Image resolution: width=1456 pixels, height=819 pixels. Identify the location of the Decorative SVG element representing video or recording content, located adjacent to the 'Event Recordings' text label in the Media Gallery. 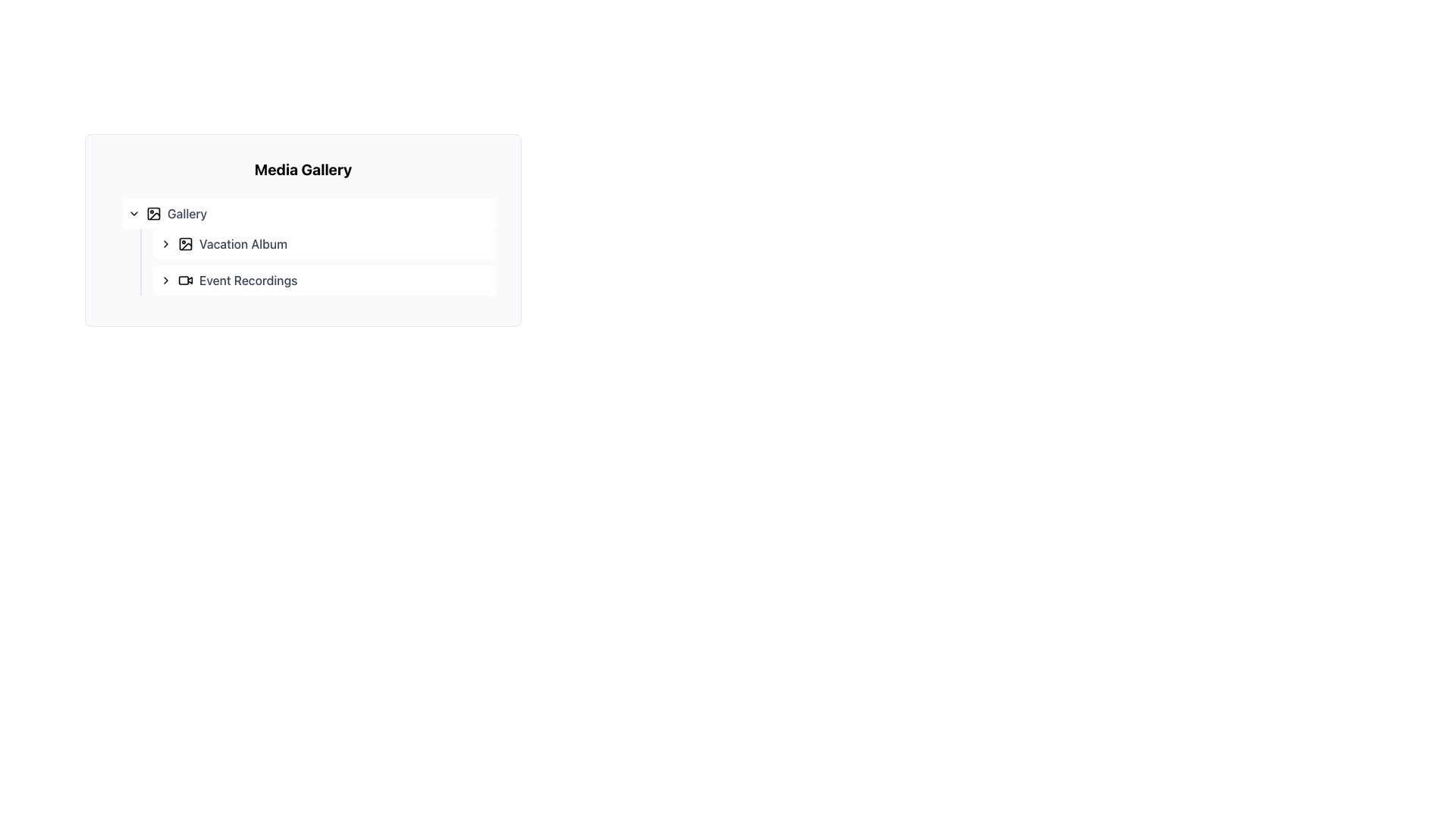
(183, 281).